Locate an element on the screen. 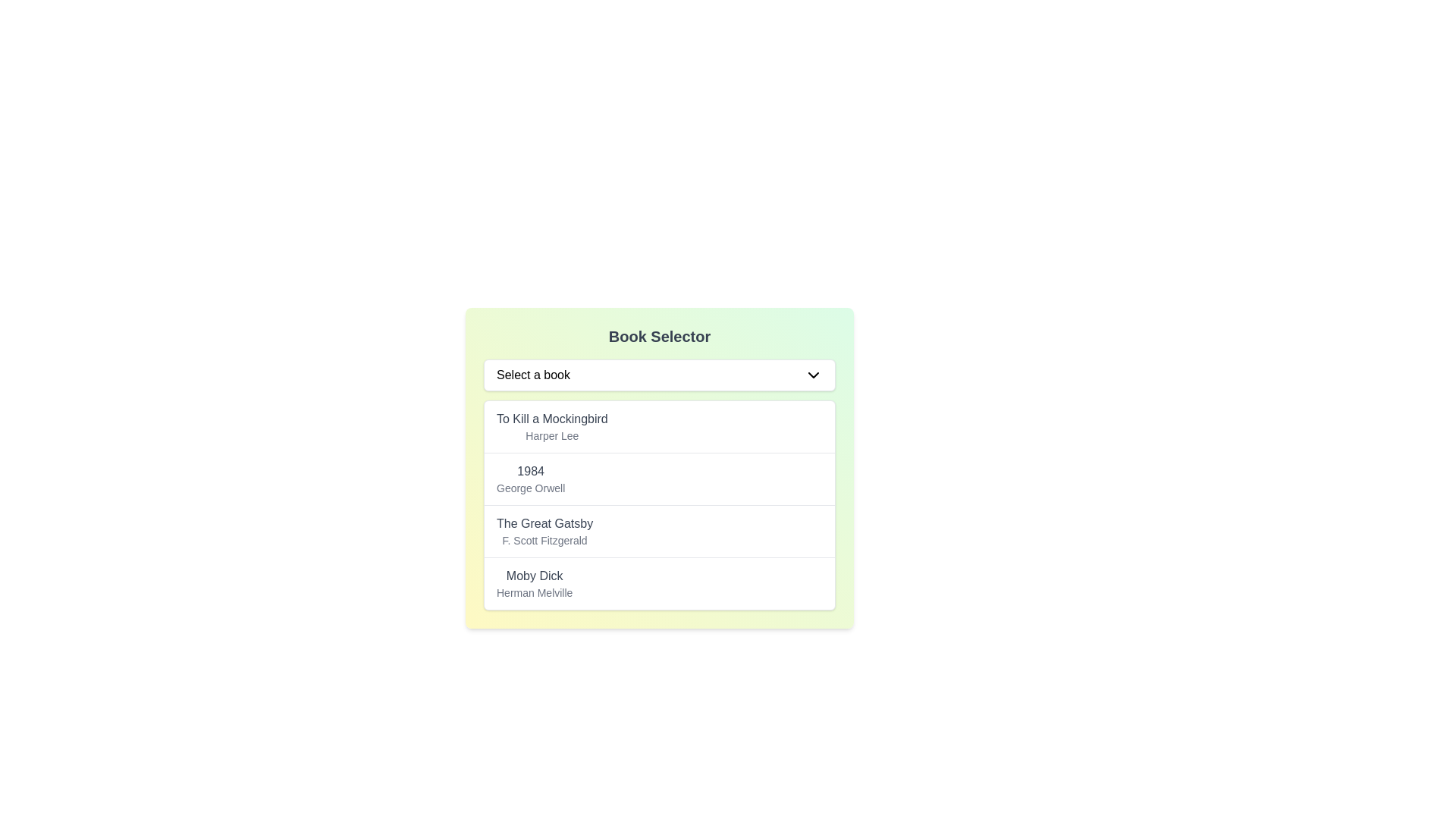 This screenshot has height=819, width=1456. the Dropdown menu toggle located in the 'Book Selector' panel is located at coordinates (659, 375).